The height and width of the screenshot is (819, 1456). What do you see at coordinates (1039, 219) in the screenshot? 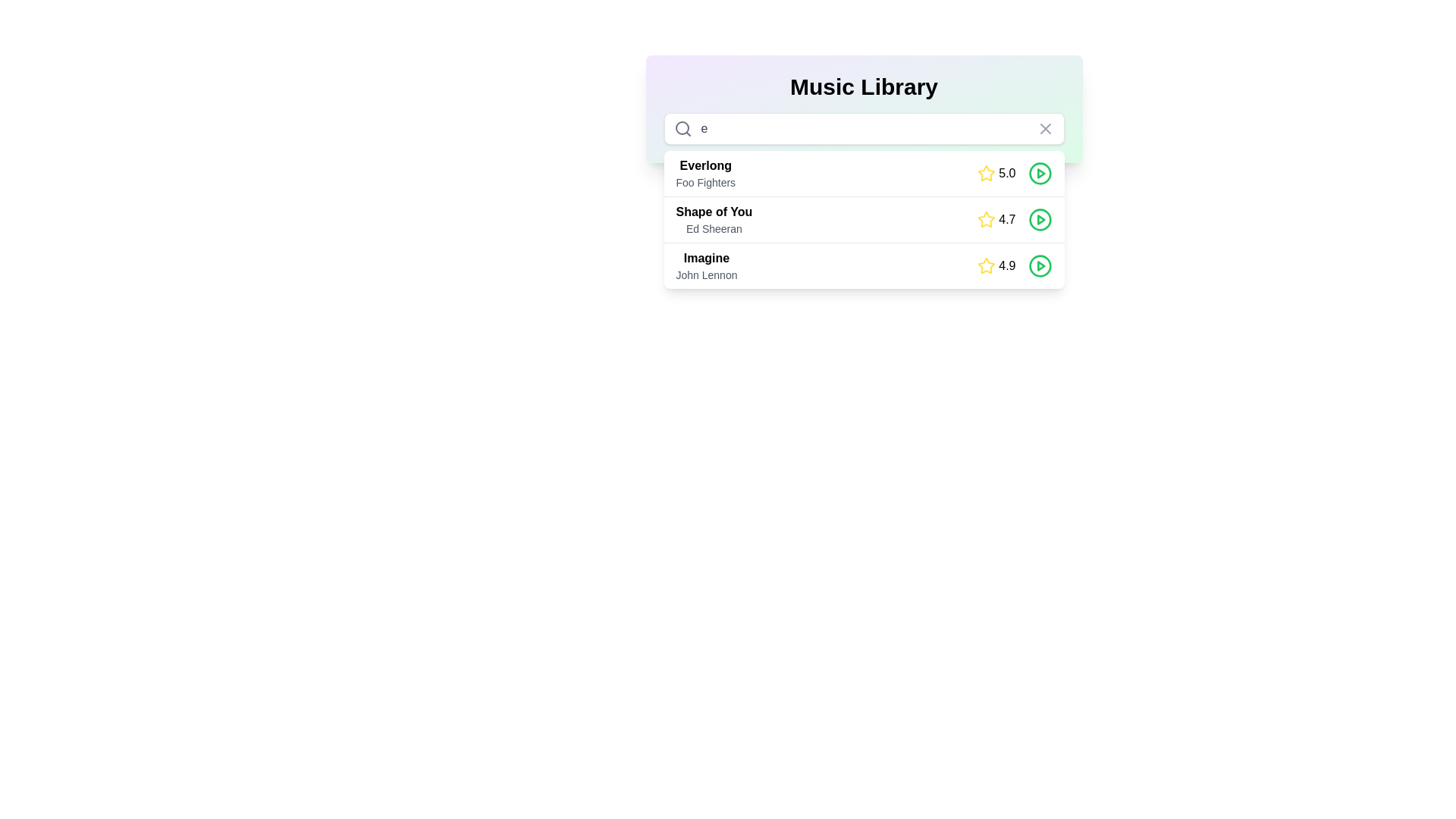
I see `the green circular play button for the song 'Shape of You' by Ed Sheeran to observe the scaling effect` at bounding box center [1039, 219].